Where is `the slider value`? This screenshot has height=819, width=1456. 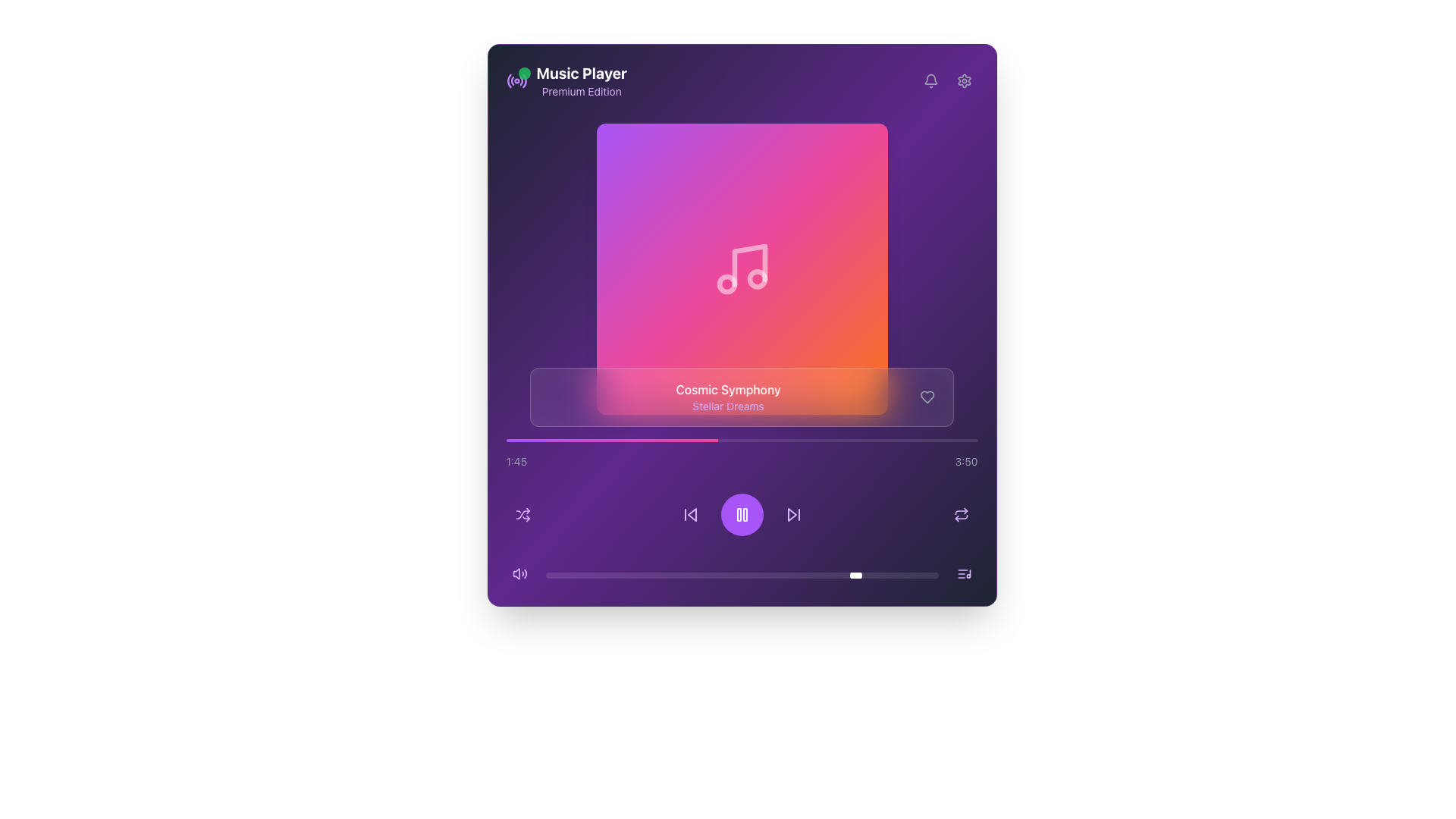
the slider value is located at coordinates (761, 576).